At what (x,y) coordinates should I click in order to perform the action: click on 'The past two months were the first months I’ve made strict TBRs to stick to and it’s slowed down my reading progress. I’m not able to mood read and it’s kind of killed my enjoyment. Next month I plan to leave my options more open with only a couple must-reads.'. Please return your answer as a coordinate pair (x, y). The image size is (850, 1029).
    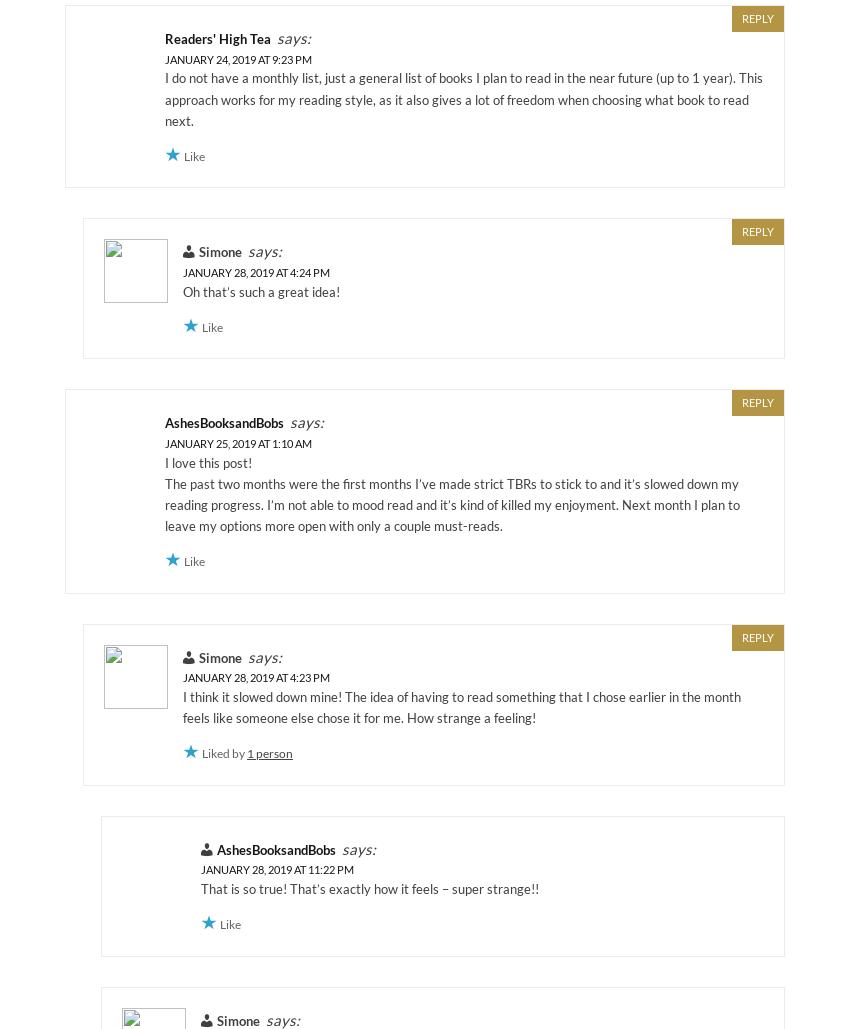
    Looking at the image, I should click on (451, 504).